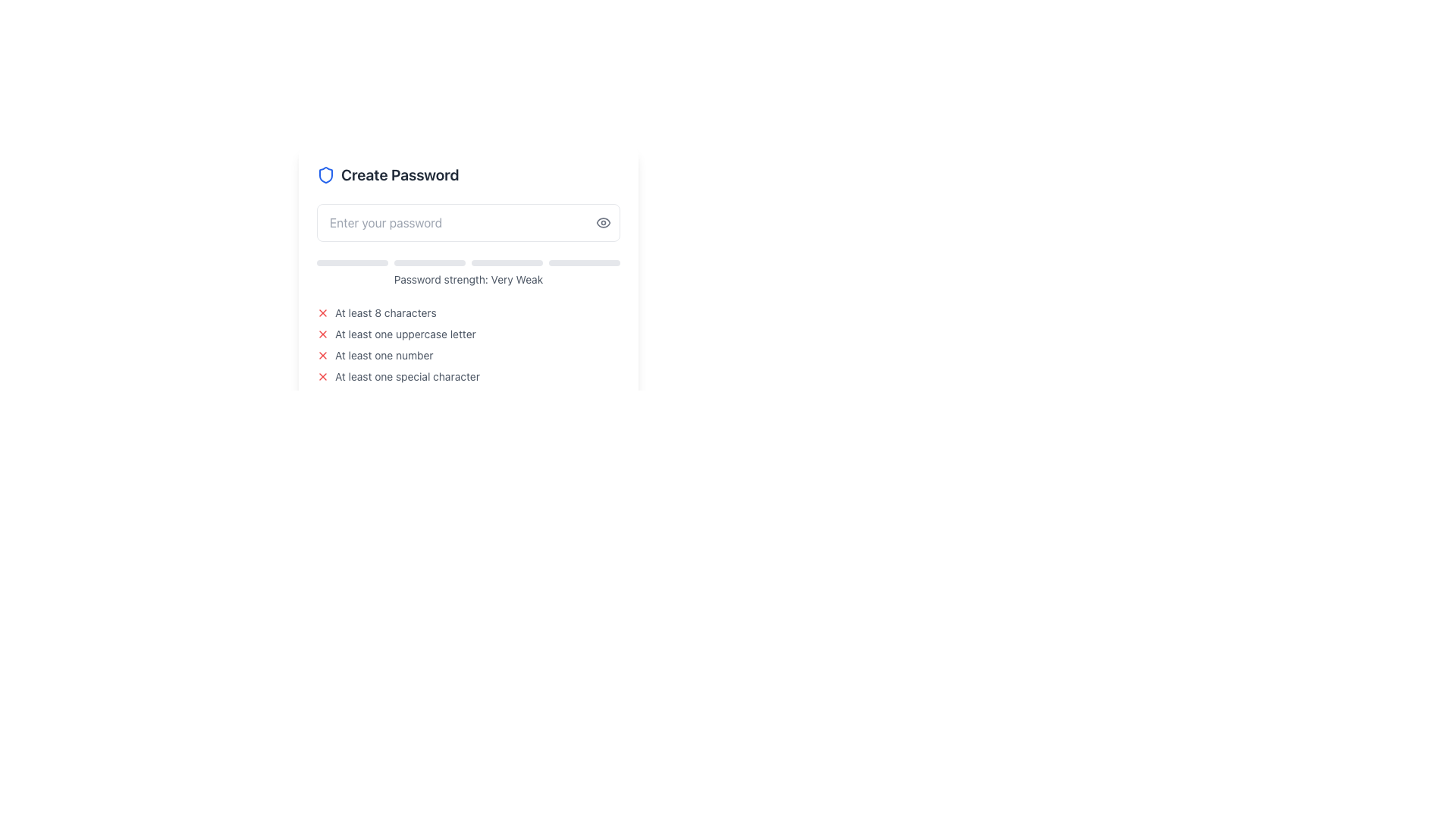  Describe the element at coordinates (407, 376) in the screenshot. I see `the text label that informs the user about the requirement for a valid password, specifically that it must include at least one special character, located below the 'Enter your password' input field and is the fourth item in the list under 'Password strength: Very Weak.'` at that location.